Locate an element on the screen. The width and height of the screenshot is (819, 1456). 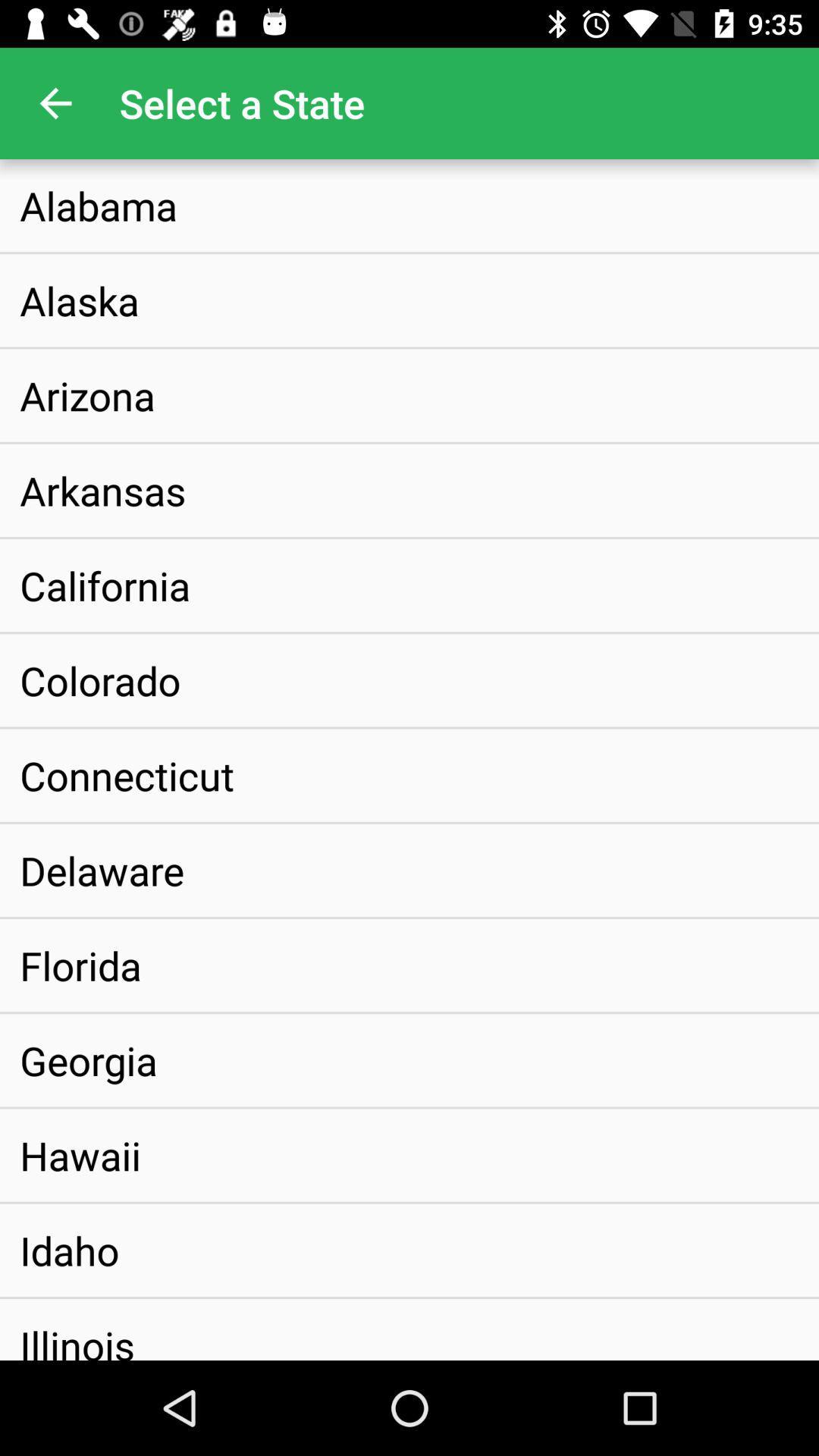
arizona icon is located at coordinates (87, 395).